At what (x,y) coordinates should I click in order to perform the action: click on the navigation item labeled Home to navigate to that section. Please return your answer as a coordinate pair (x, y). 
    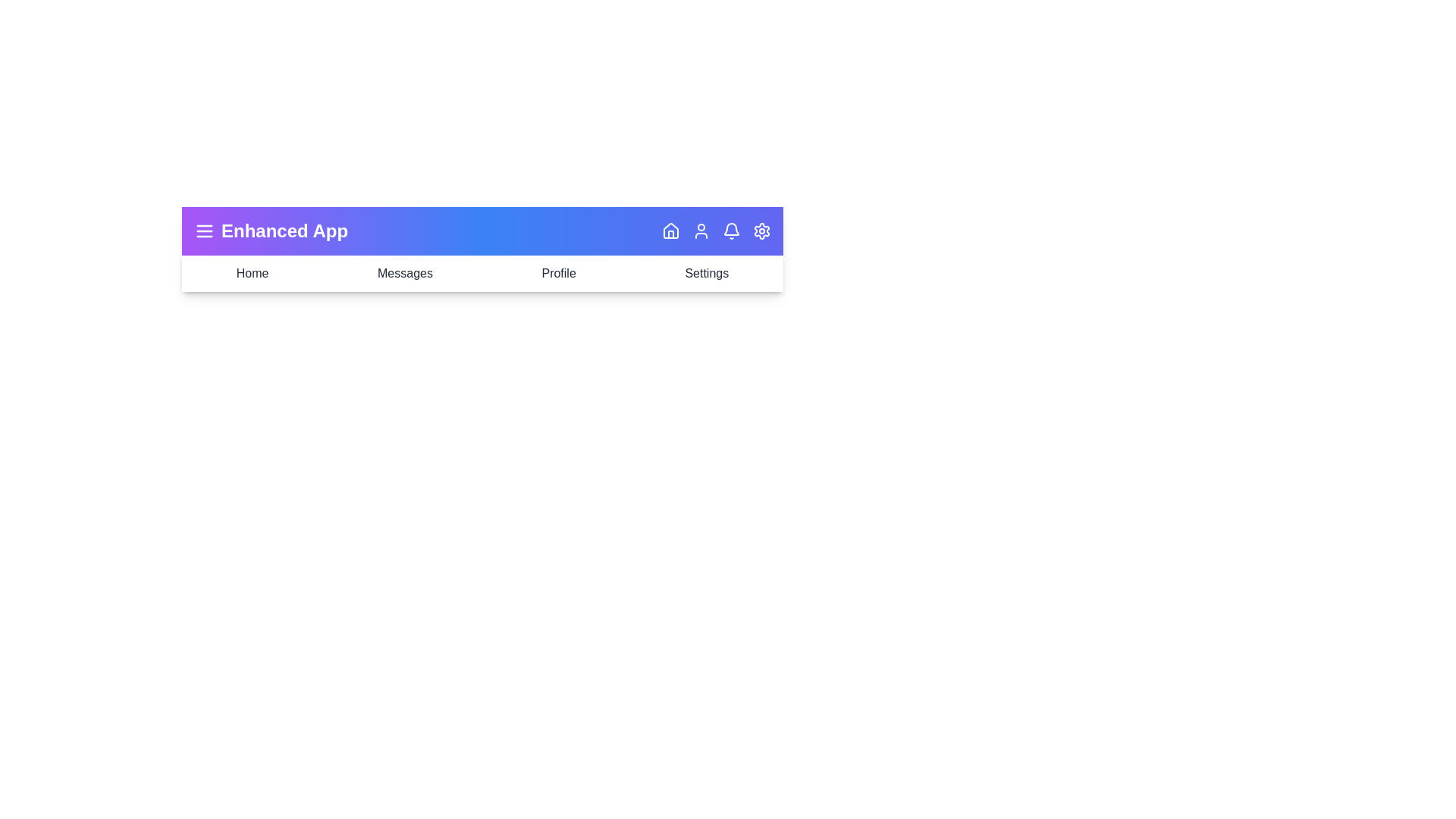
    Looking at the image, I should click on (252, 274).